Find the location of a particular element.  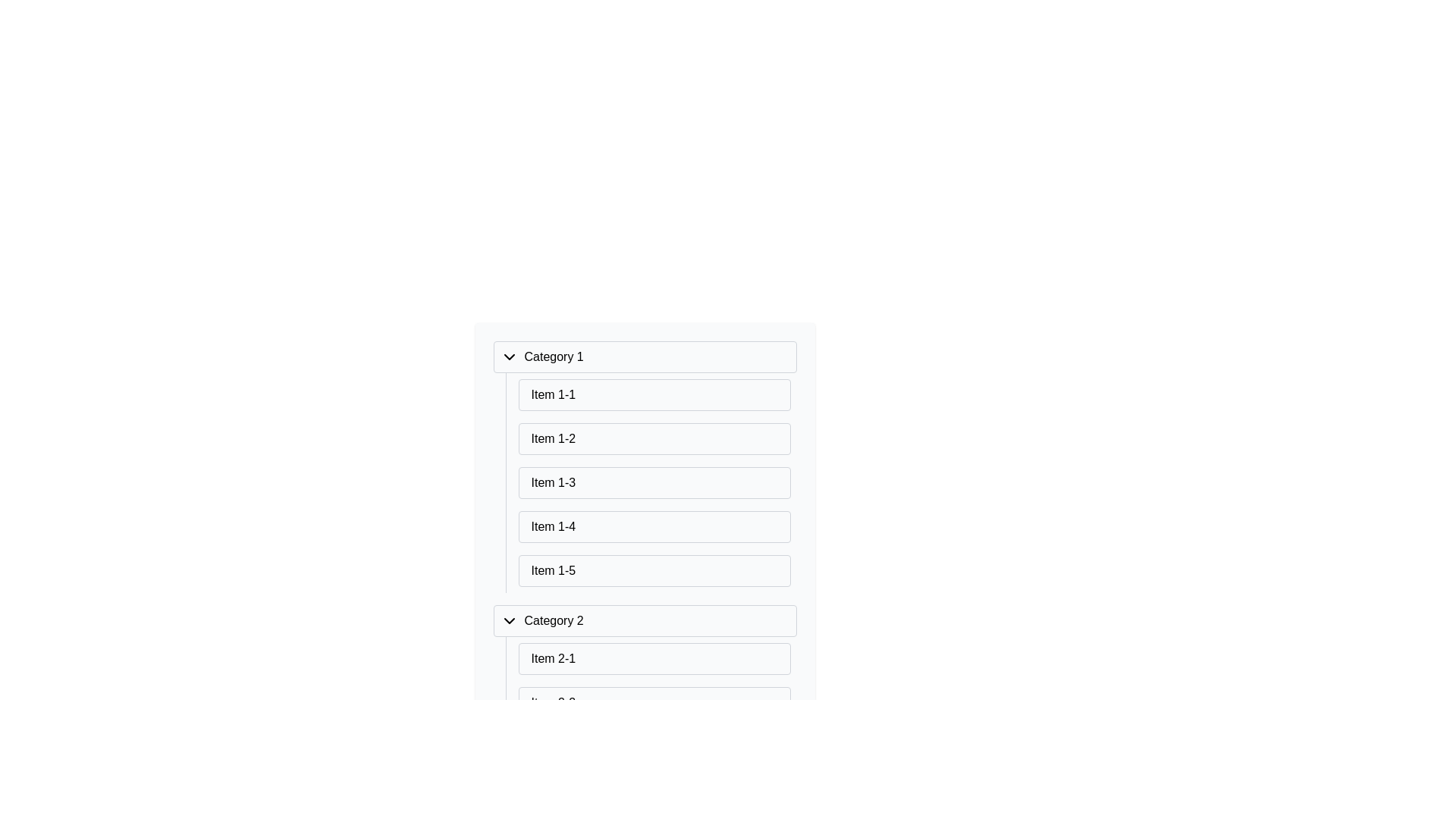

the fourth list item under 'Category 1' is located at coordinates (654, 526).